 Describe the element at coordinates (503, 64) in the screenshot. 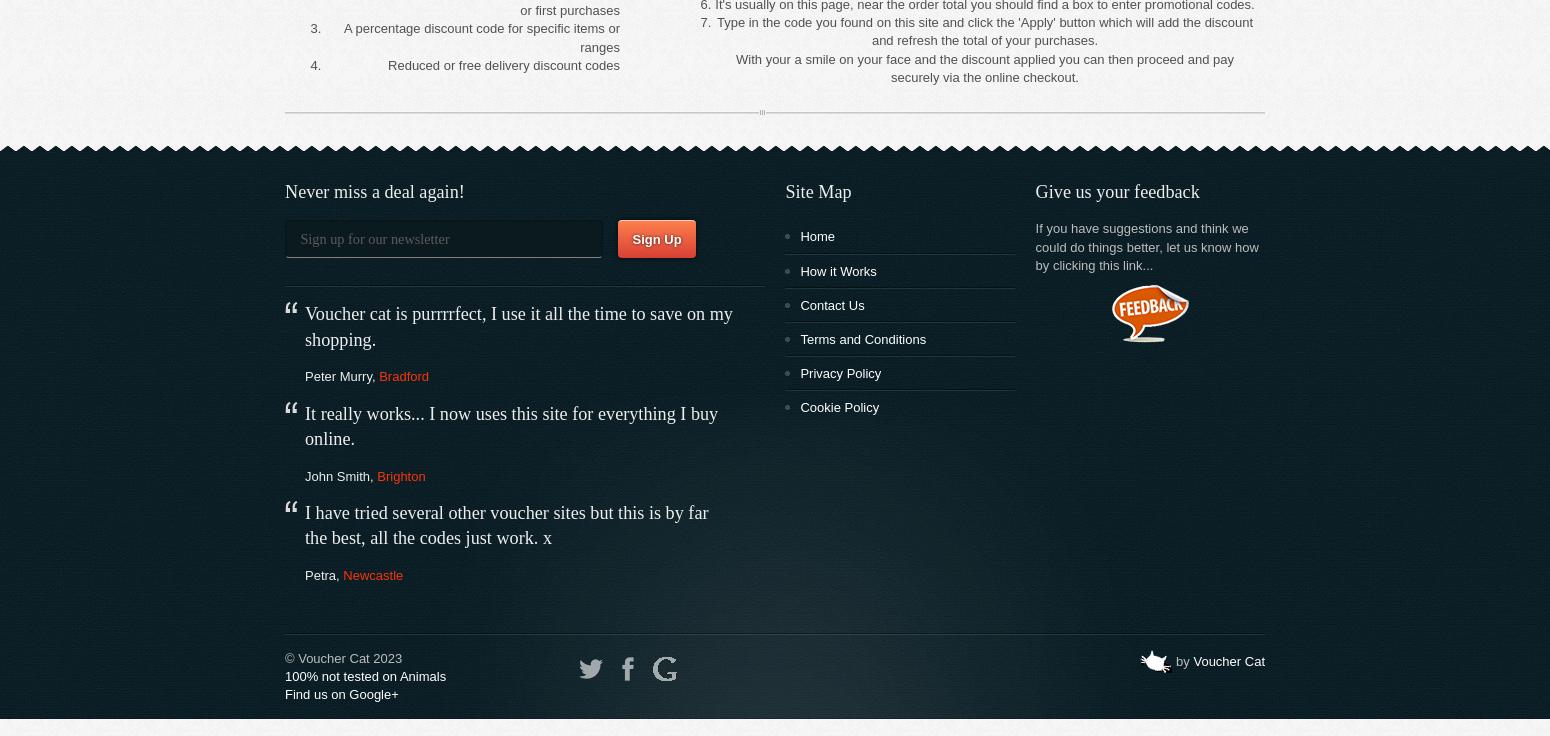

I see `'Reduced or free delivery discount codes'` at that location.